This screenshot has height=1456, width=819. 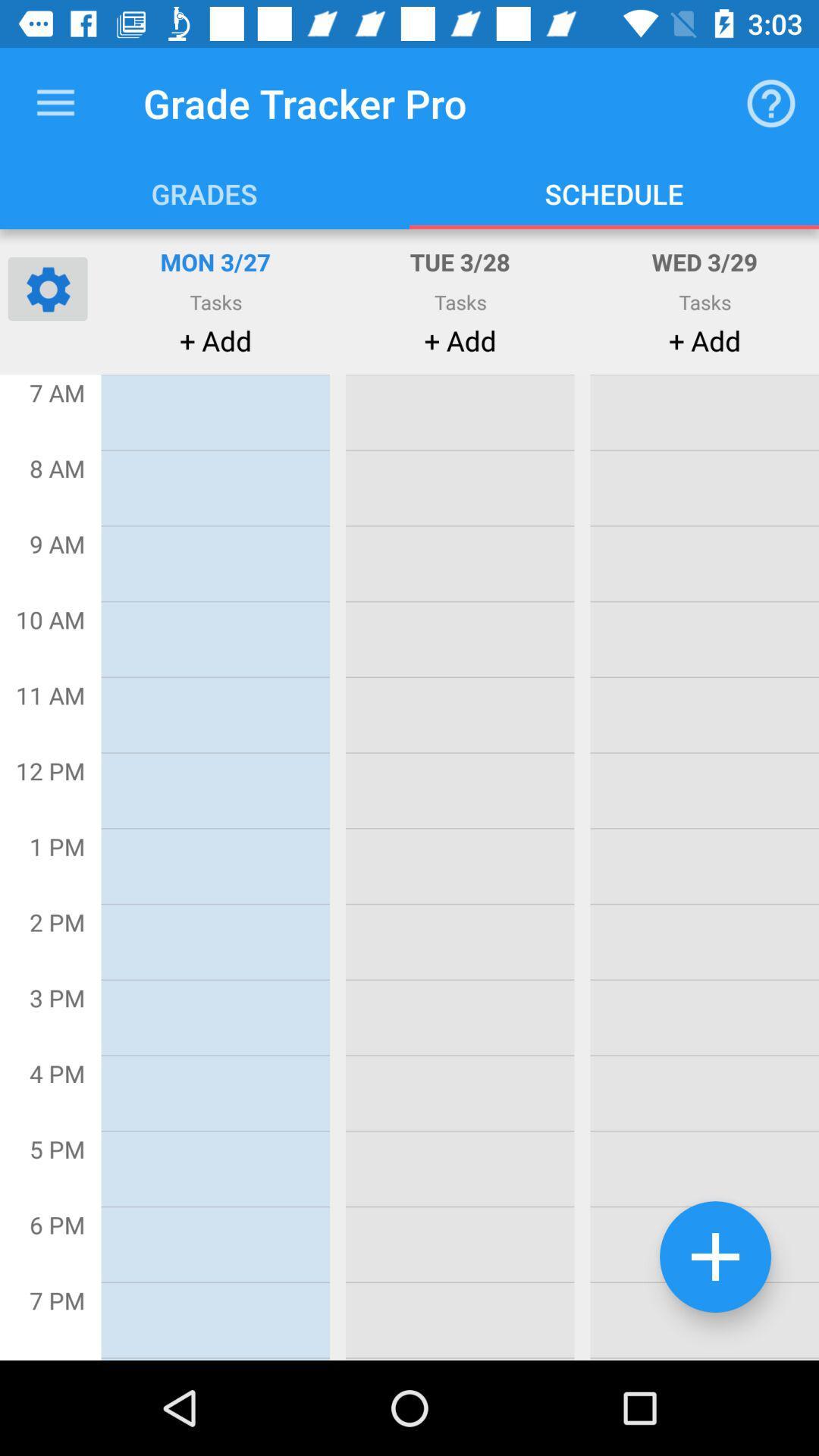 What do you see at coordinates (55, 102) in the screenshot?
I see `the item to the left of grade tracker pro item` at bounding box center [55, 102].